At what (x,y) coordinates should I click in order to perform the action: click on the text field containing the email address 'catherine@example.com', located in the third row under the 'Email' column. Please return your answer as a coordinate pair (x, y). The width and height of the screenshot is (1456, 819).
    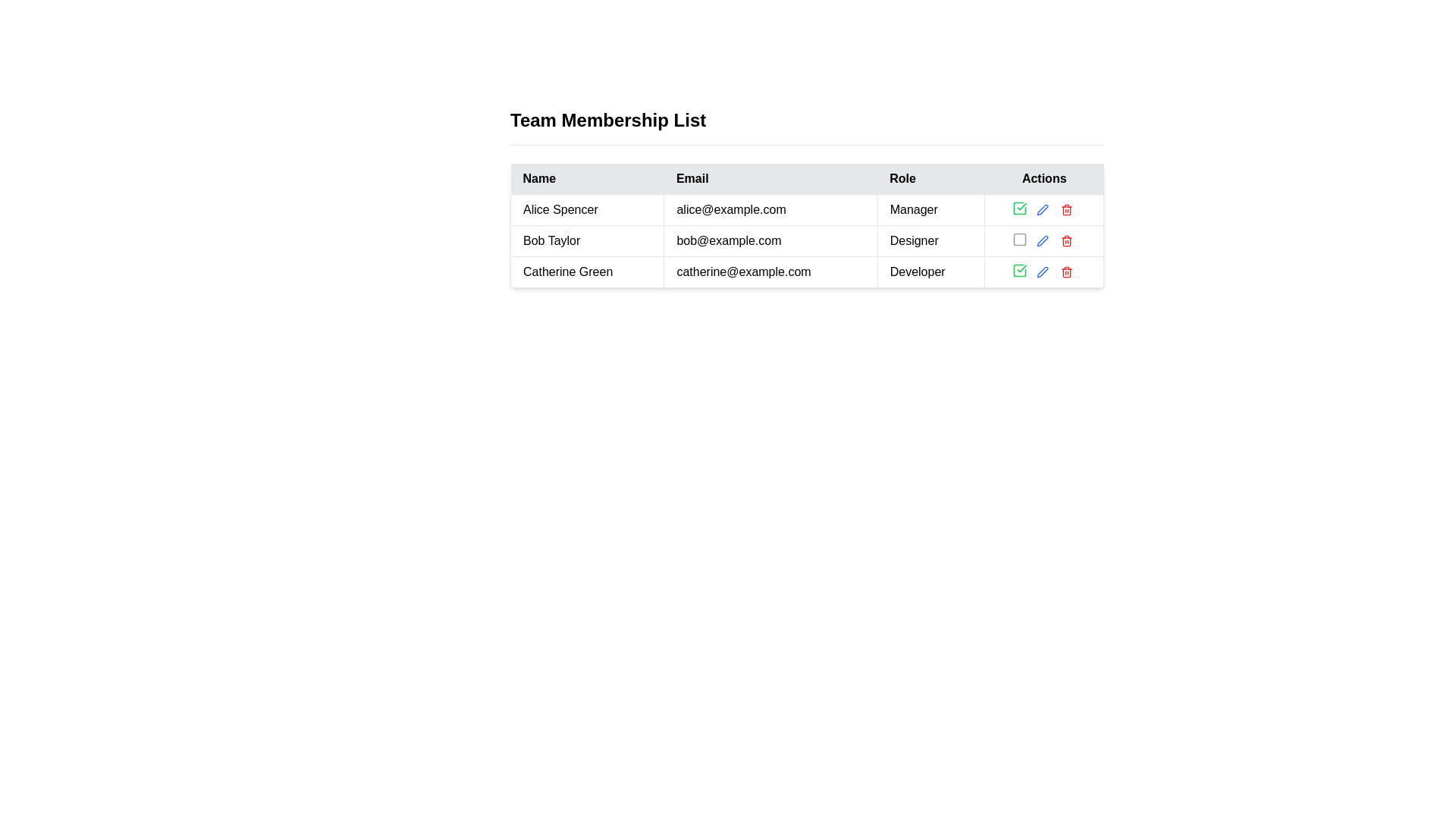
    Looking at the image, I should click on (770, 271).